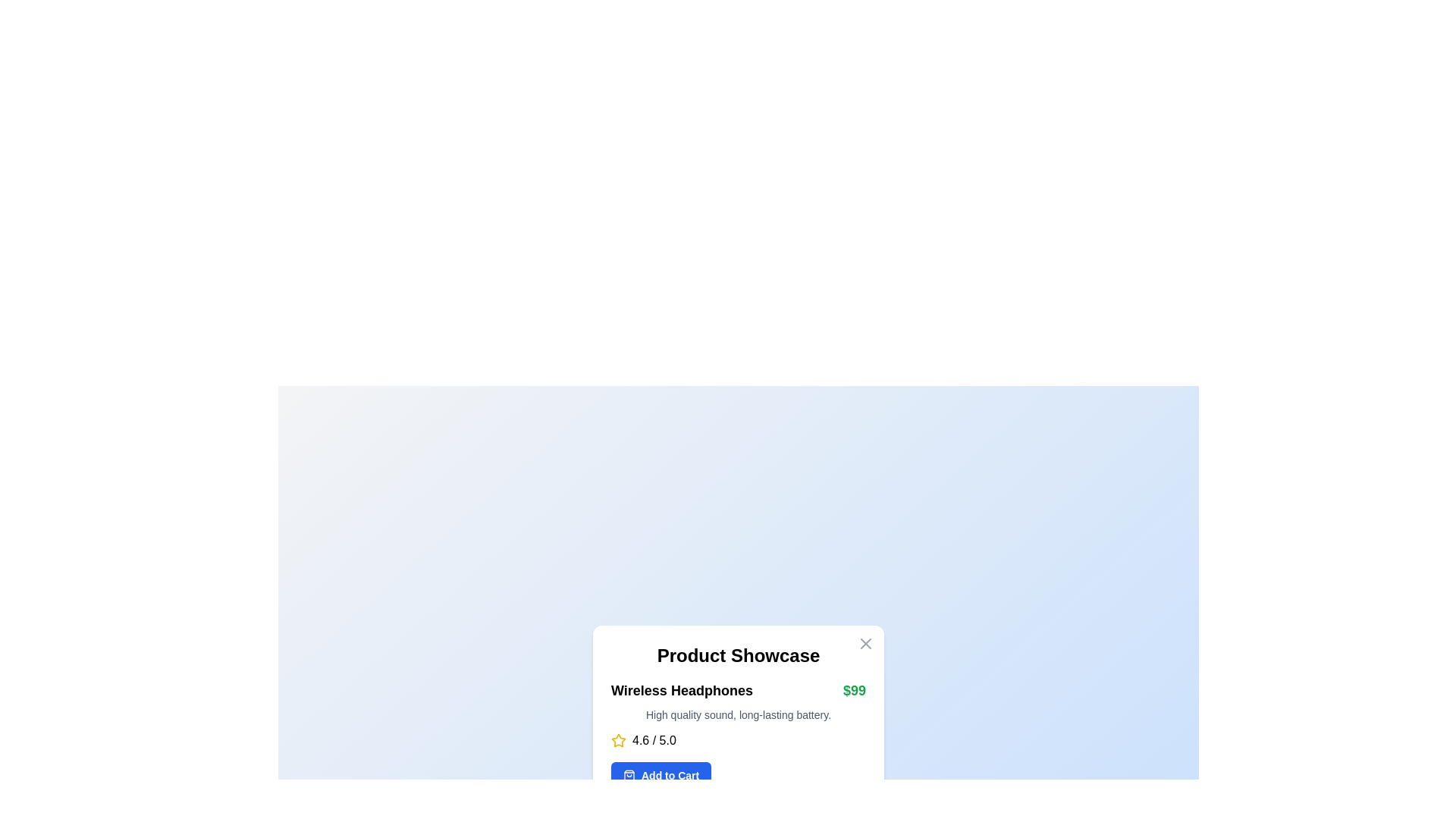  I want to click on the text snippet reading 'High quality sound, long-lasting battery.' which is styled with a small gray font and located beneath the product title 'Wireless Headphones' and price '$99', so click(739, 714).